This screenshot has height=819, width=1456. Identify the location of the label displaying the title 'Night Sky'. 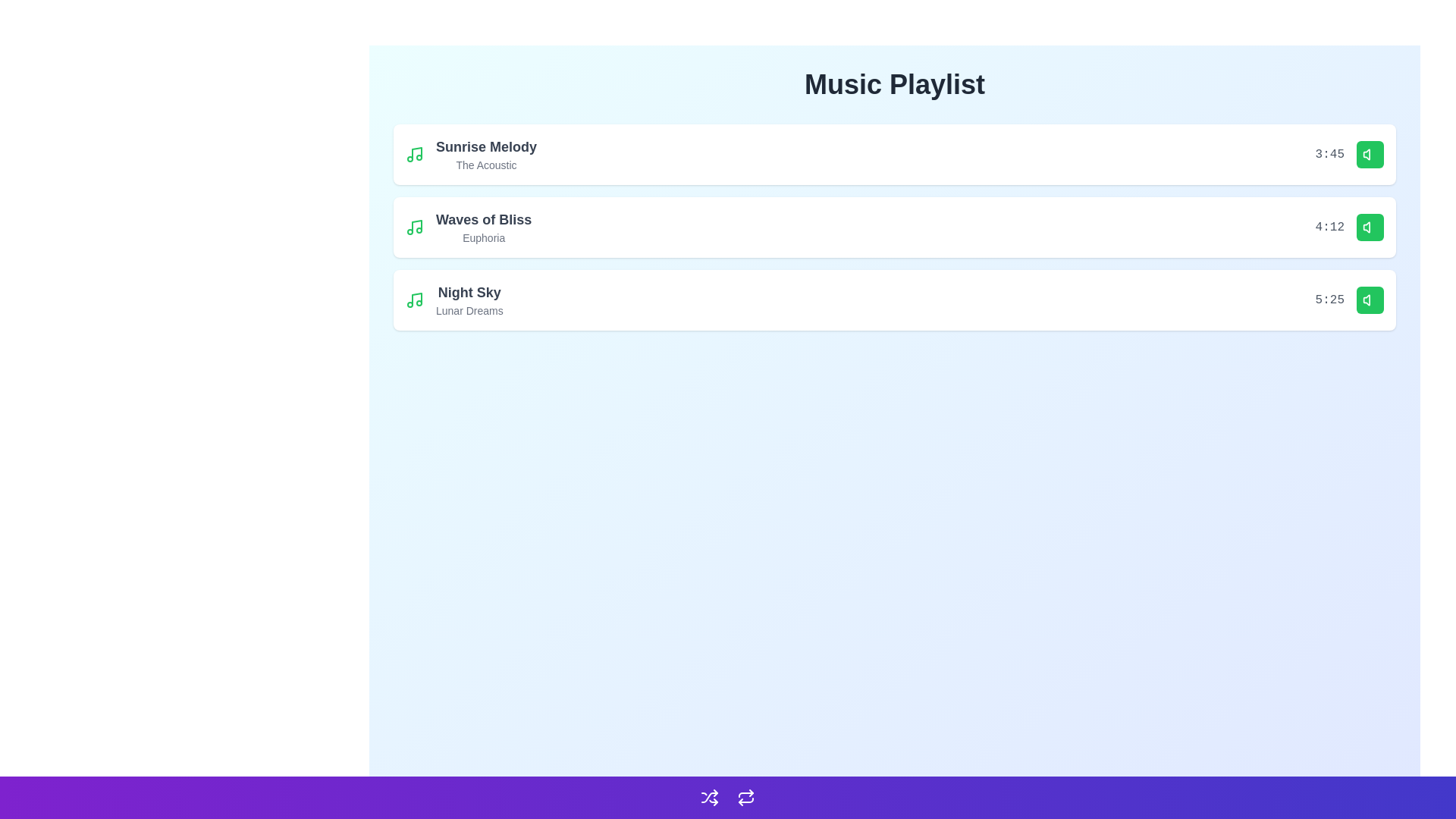
(469, 292).